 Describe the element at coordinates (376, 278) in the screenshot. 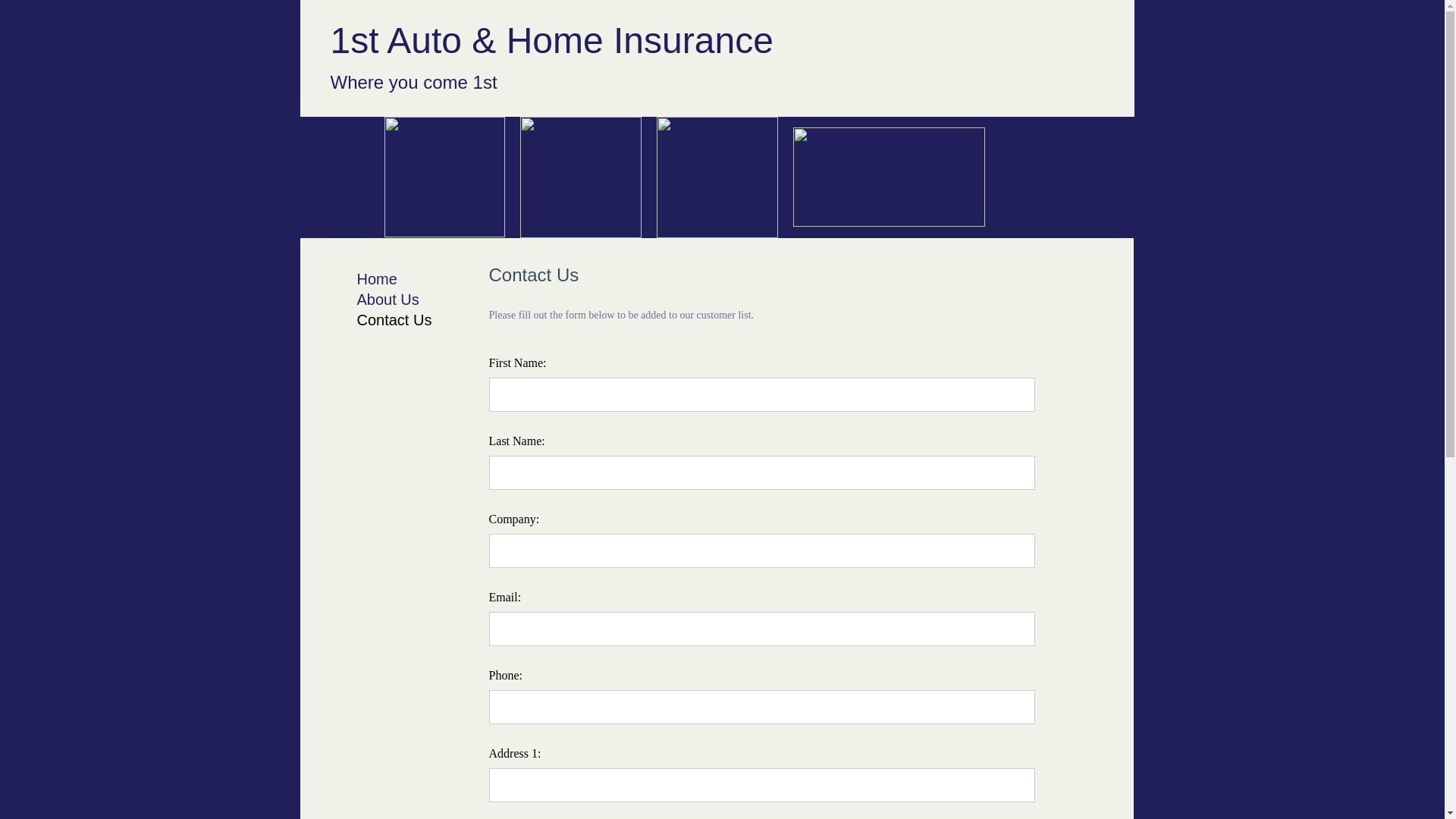

I see `'Home'` at that location.